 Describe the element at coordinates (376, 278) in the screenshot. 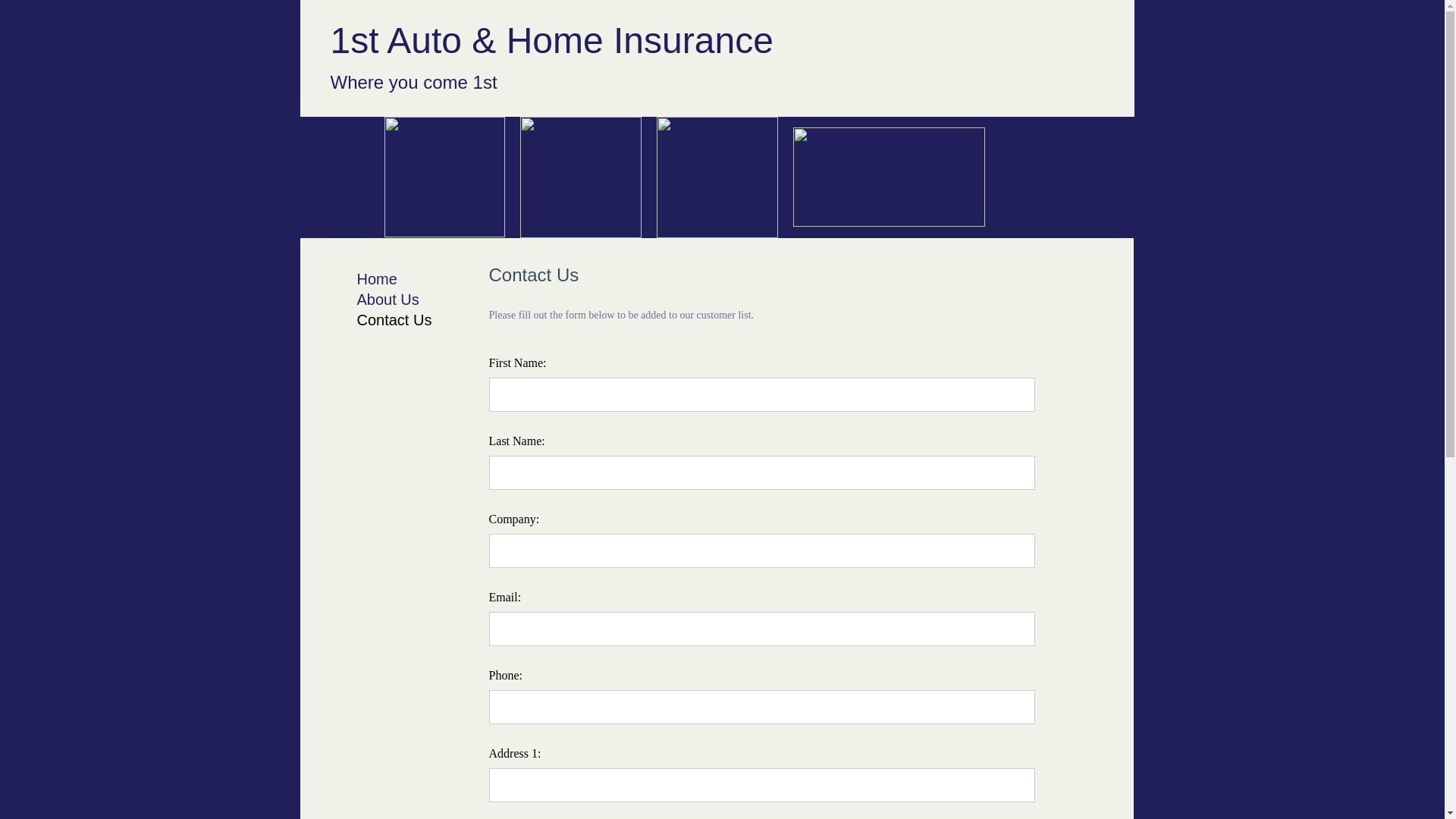

I see `'Home'` at that location.